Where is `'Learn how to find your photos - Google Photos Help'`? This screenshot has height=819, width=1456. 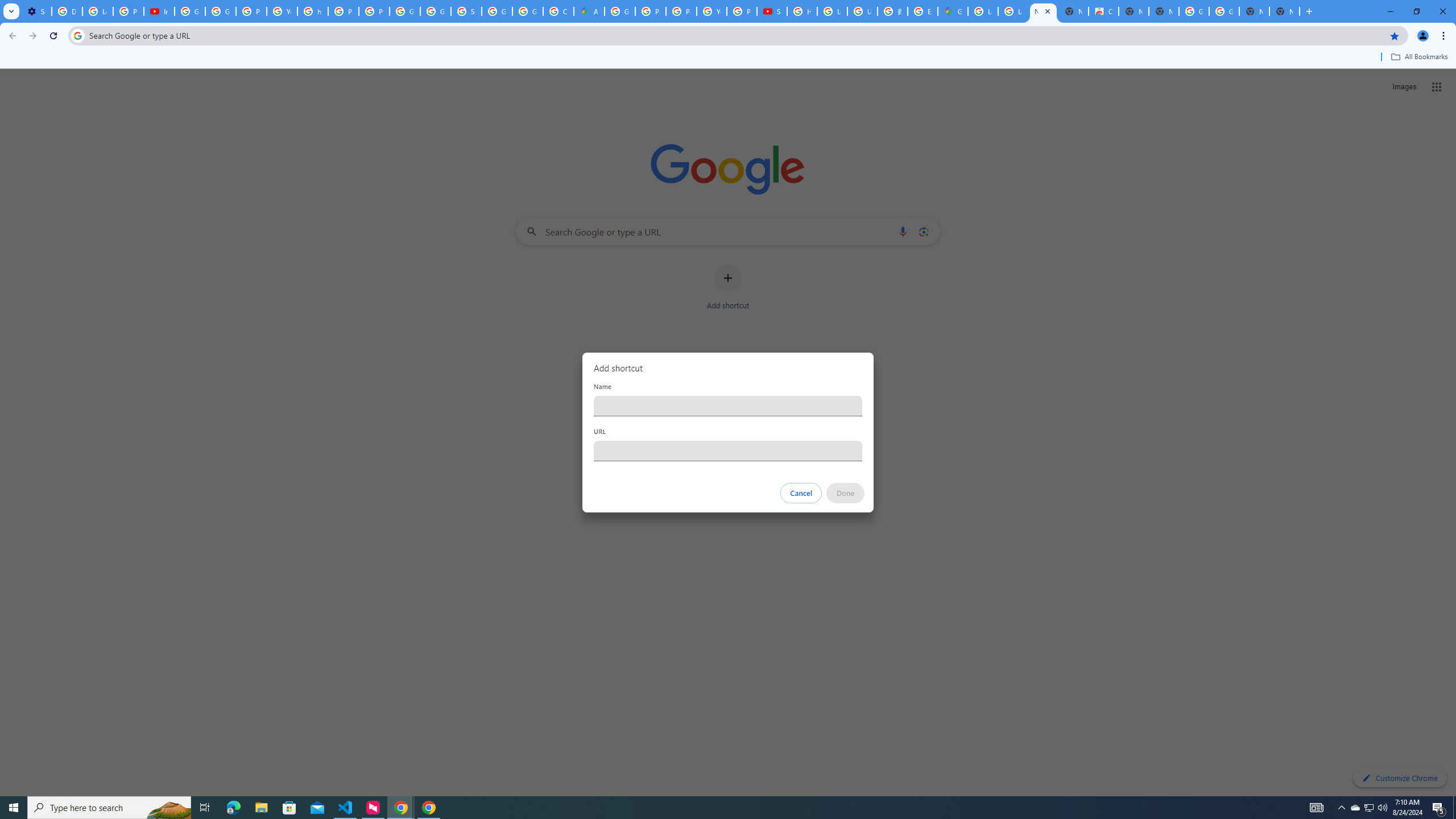
'Learn how to find your photos - Google Photos Help' is located at coordinates (97, 11).